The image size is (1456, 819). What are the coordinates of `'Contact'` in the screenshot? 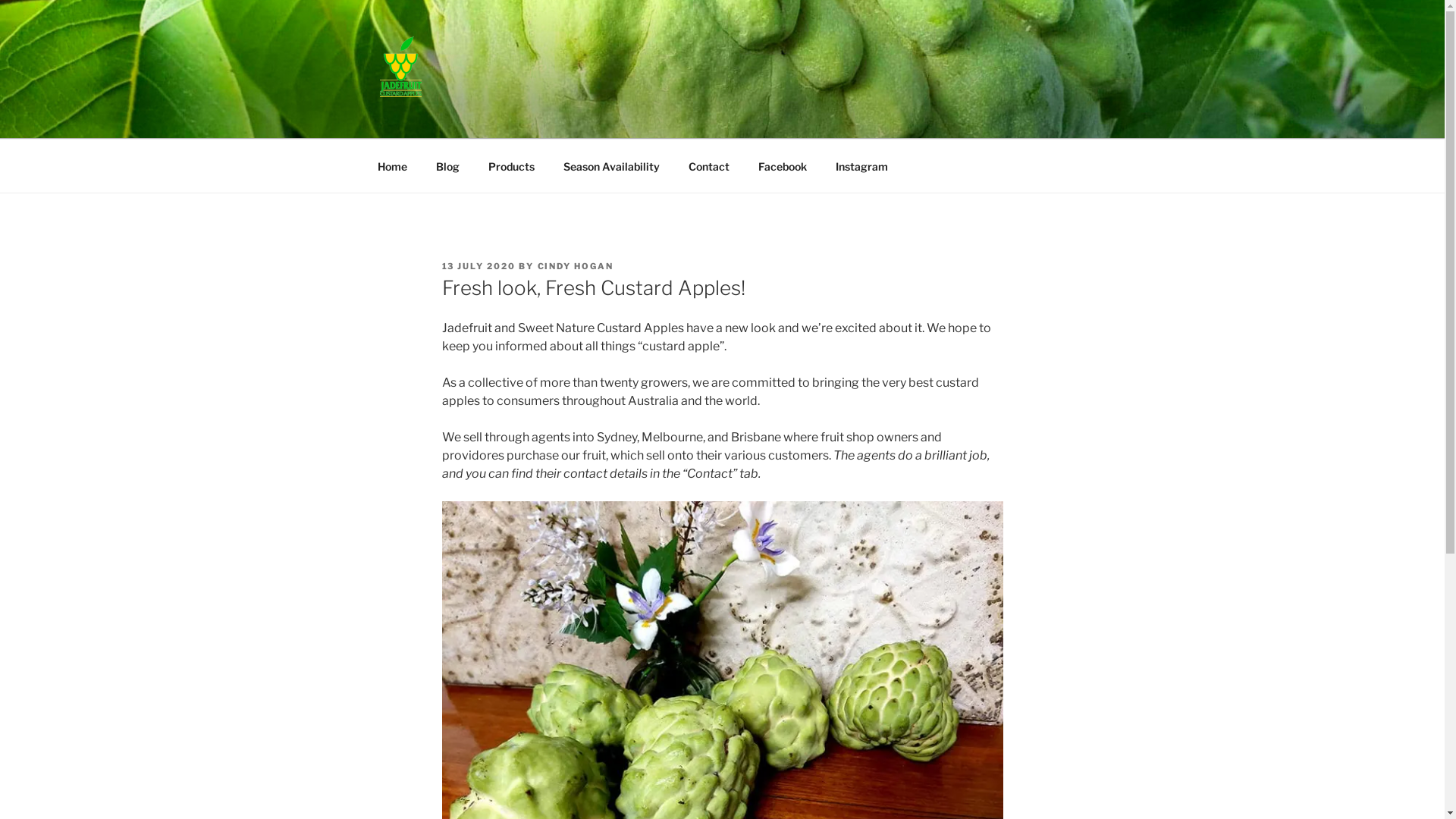 It's located at (708, 165).